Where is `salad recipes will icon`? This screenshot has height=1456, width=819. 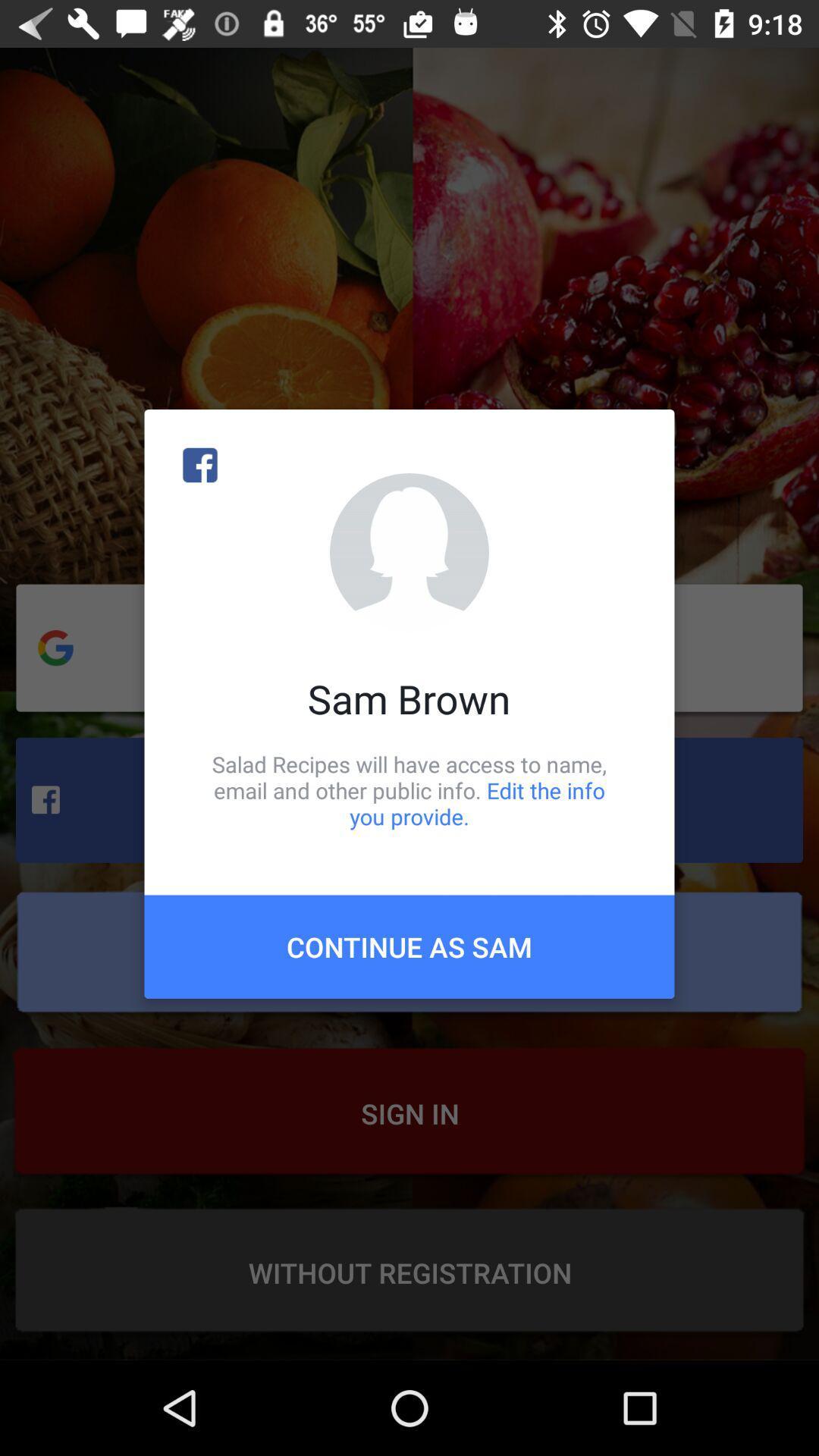
salad recipes will icon is located at coordinates (409, 789).